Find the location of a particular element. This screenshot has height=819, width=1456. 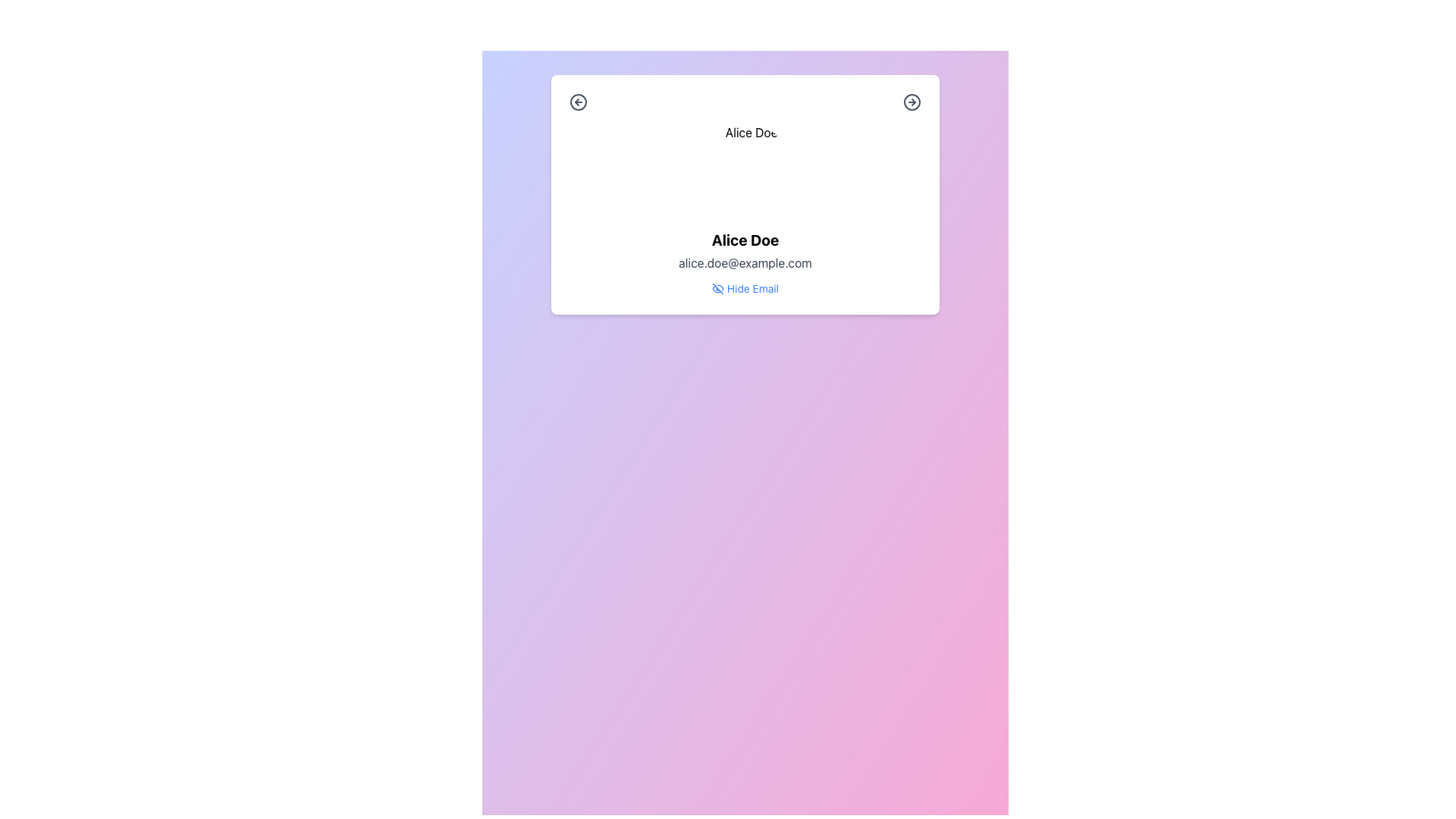

the profile picture in the Profile Card that displays user information including a name and email address is located at coordinates (745, 210).